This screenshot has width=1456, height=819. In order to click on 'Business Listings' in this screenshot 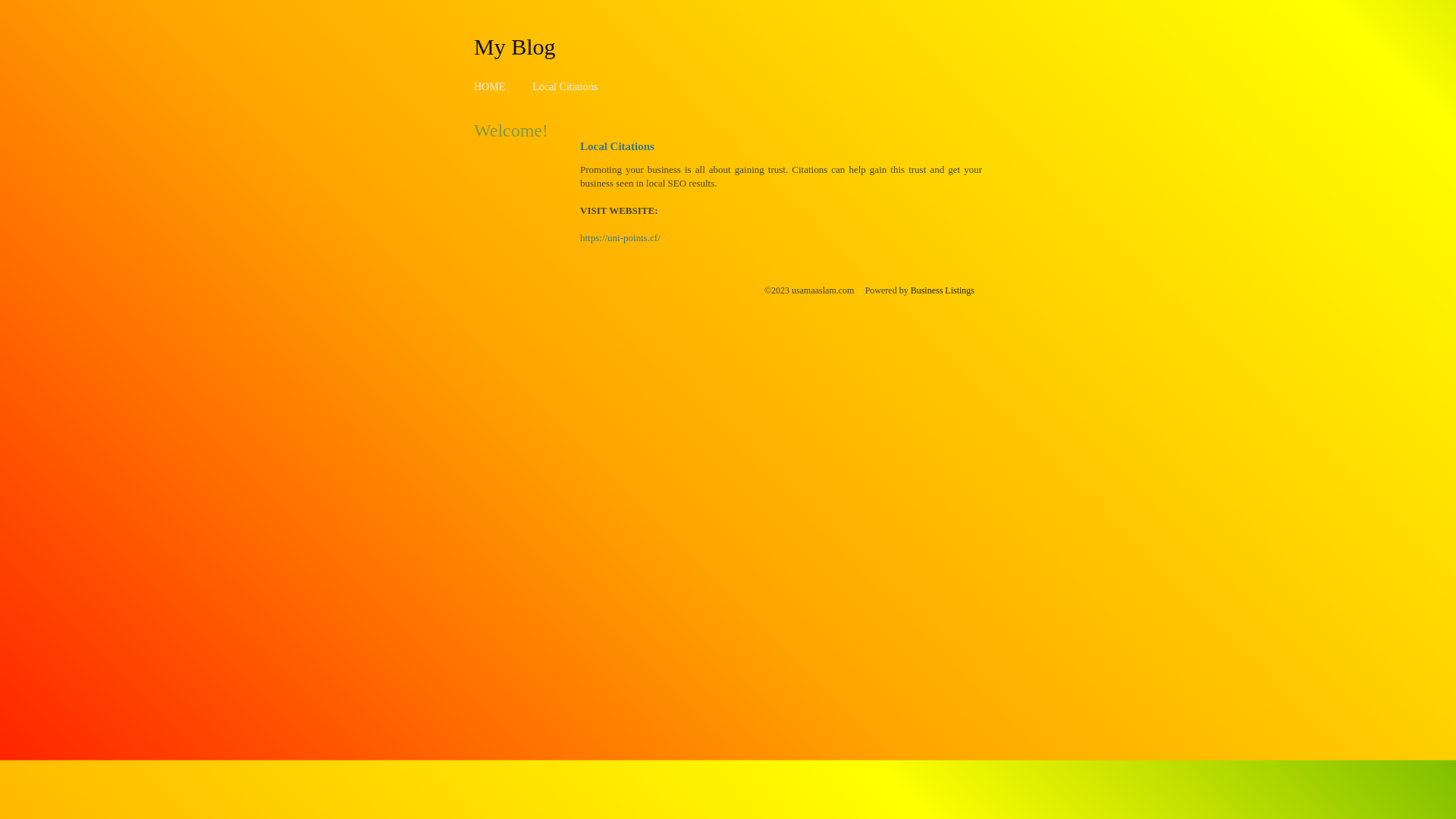, I will do `click(910, 290)`.